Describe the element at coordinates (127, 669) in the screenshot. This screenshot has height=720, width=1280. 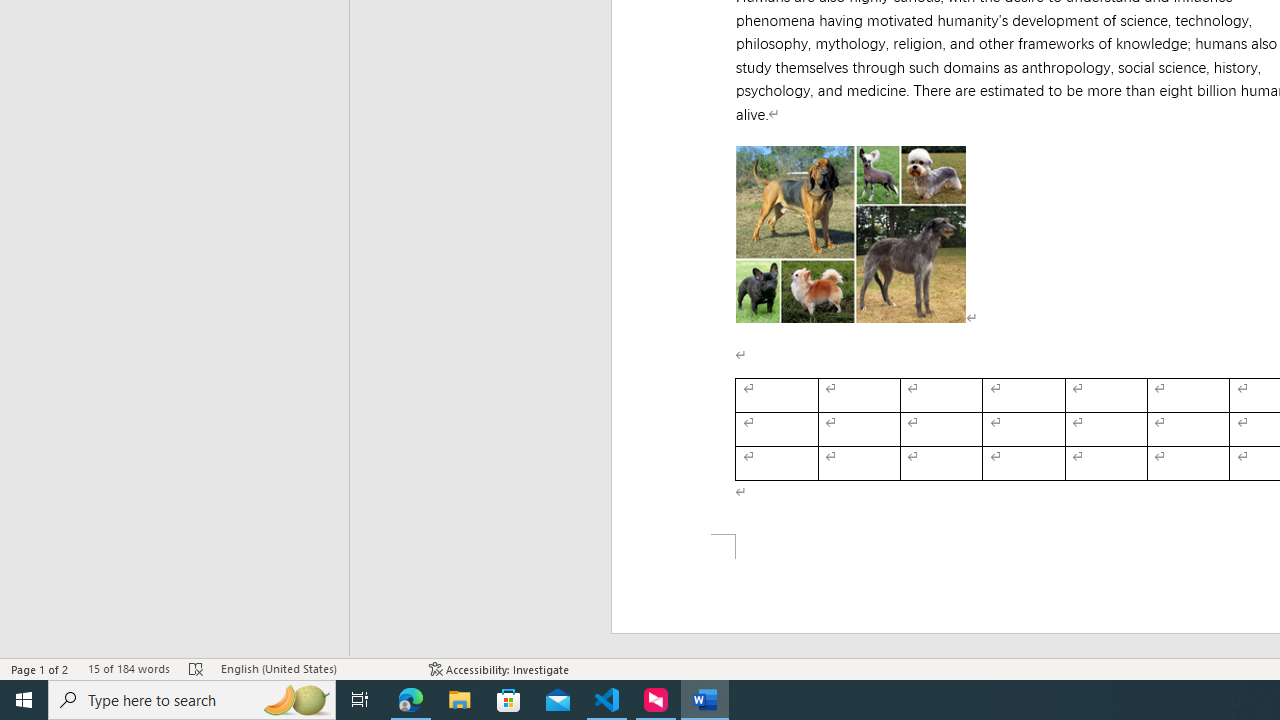
I see `'Word Count 15 of 184 words'` at that location.